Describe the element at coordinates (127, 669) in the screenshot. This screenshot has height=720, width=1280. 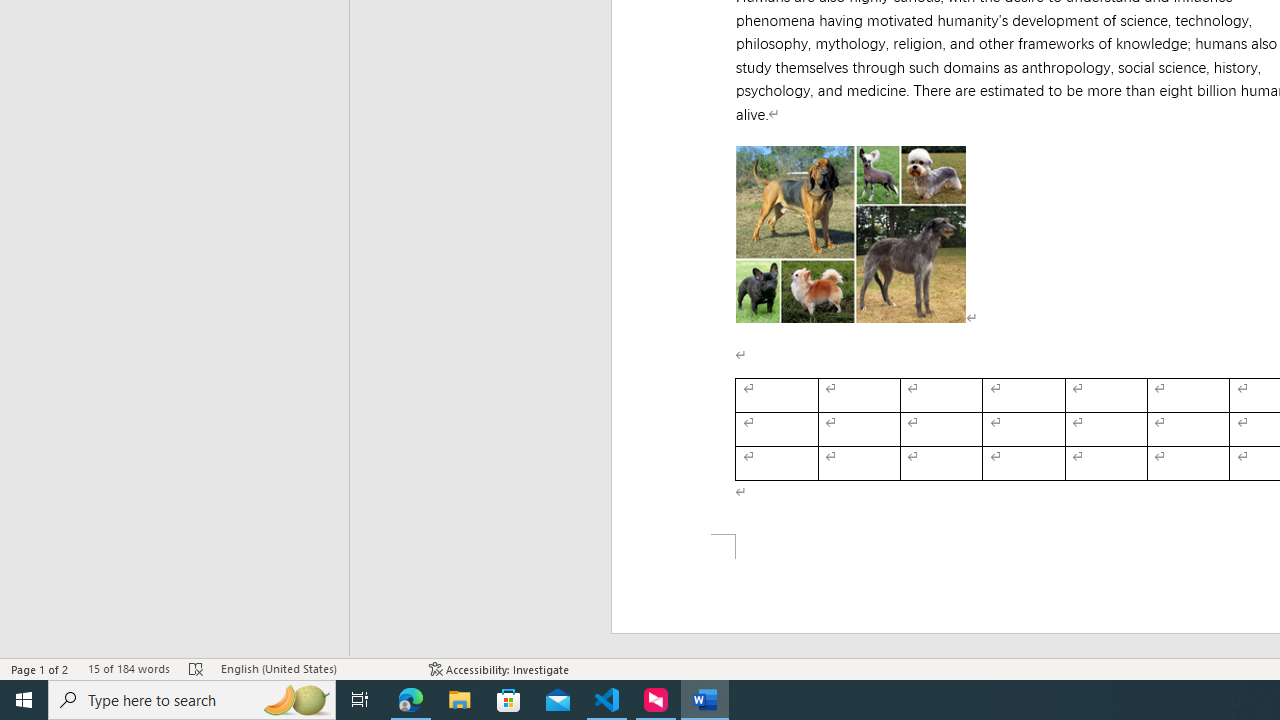
I see `'Word Count 15 of 184 words'` at that location.